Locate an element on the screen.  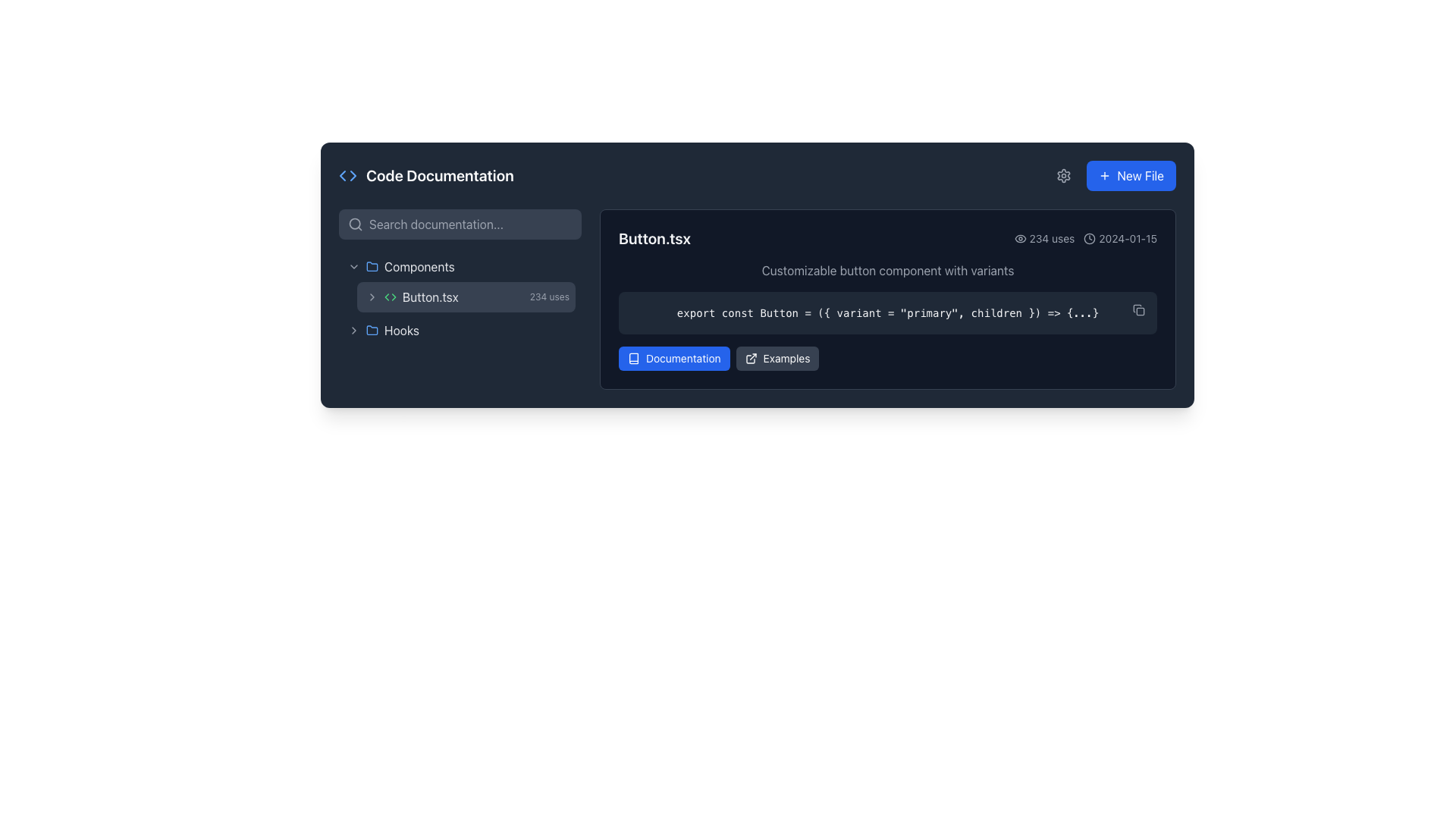
the clipboard copy icon located within the SVG graphic adjacent to the code snippet panel is located at coordinates (1137, 308).